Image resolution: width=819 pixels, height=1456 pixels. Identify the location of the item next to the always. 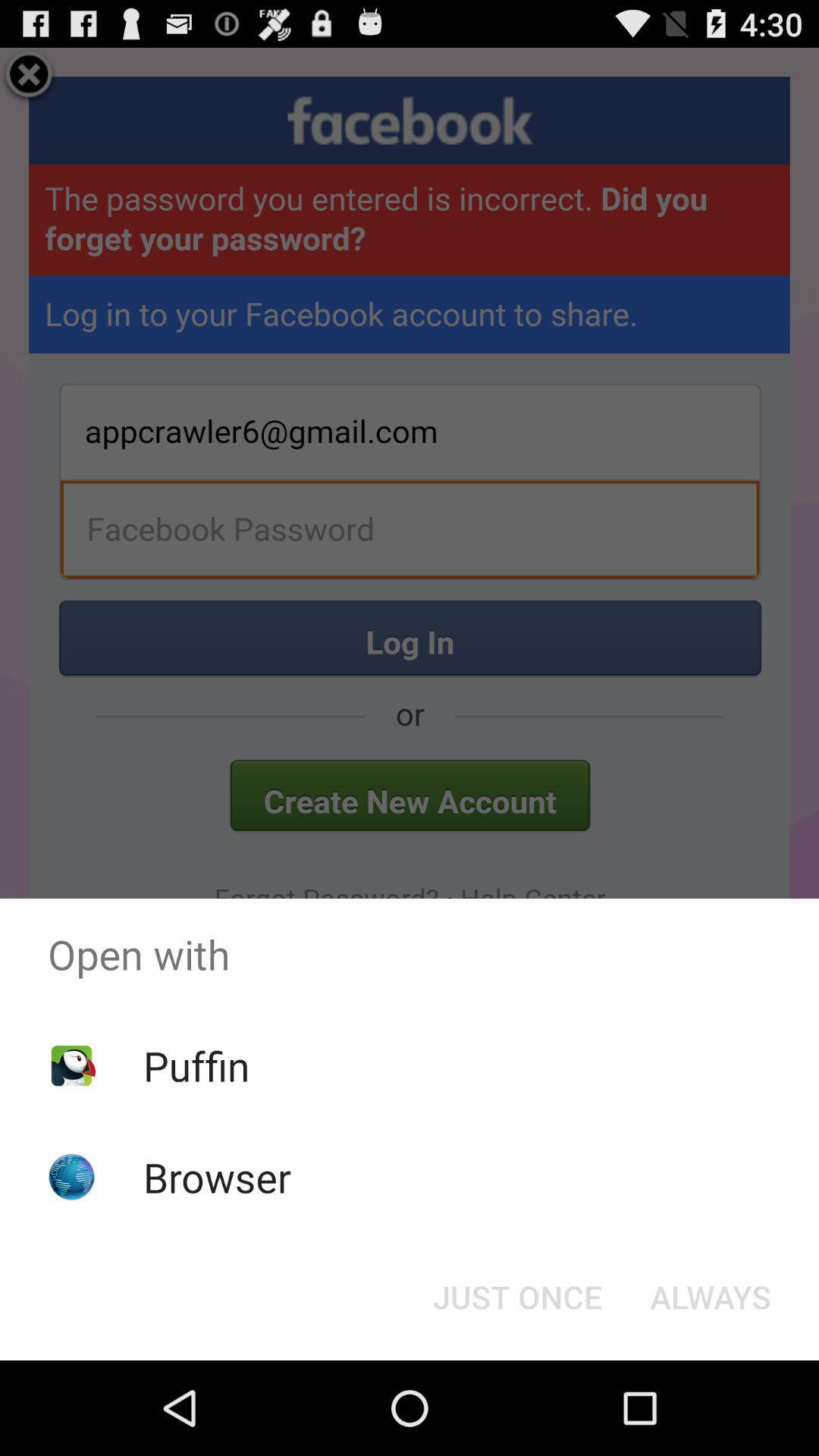
(516, 1295).